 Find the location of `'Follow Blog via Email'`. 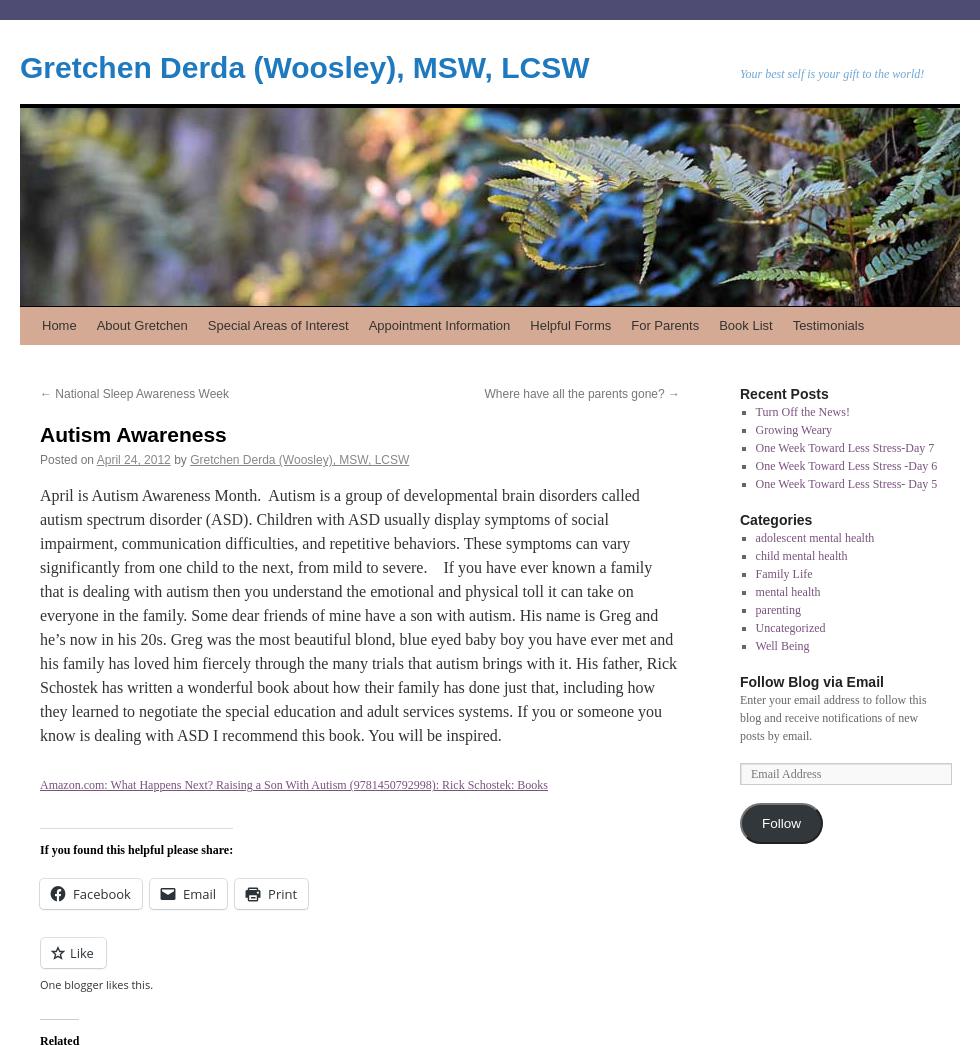

'Follow Blog via Email' is located at coordinates (811, 681).